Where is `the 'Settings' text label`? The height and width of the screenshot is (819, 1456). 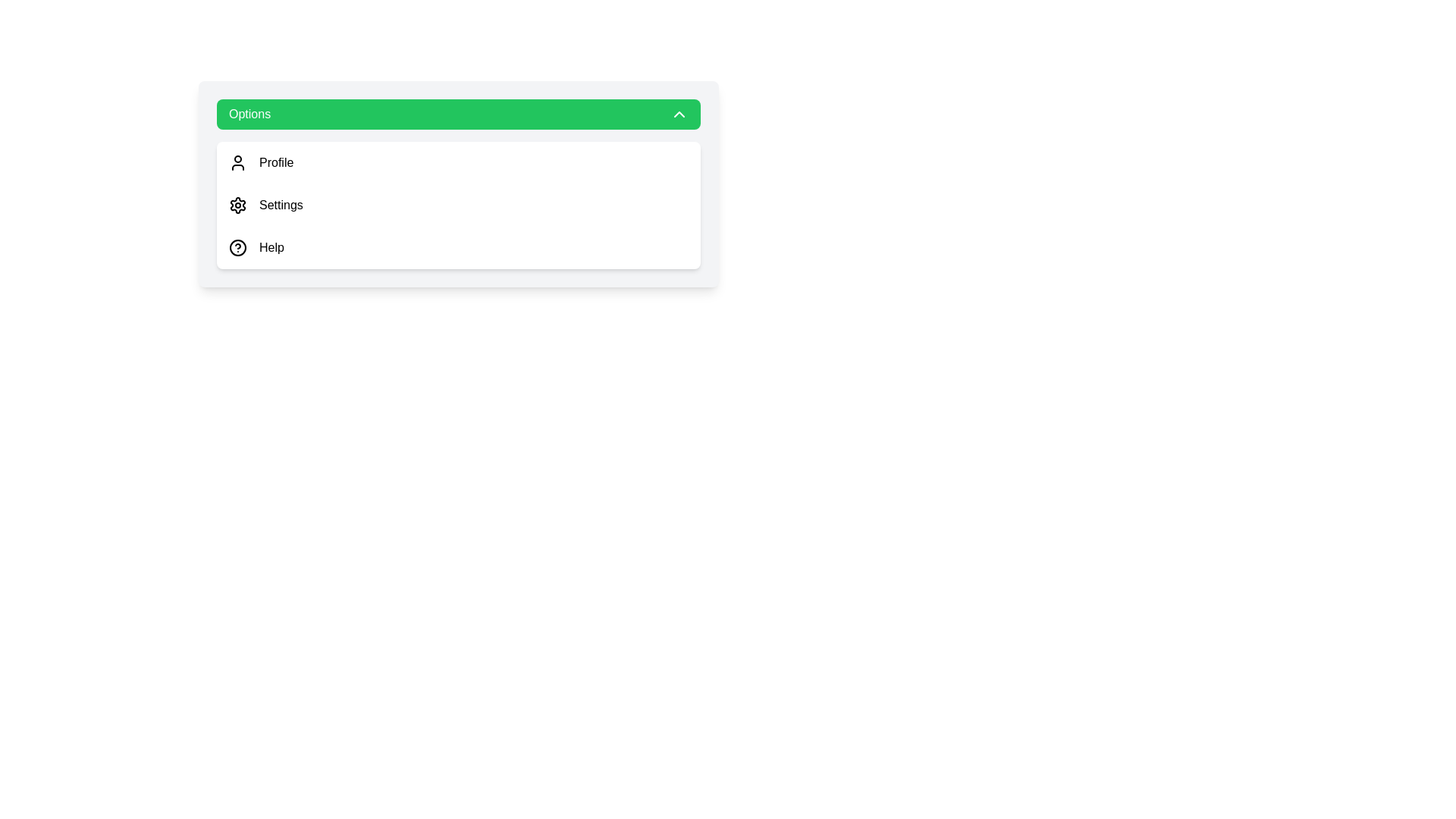 the 'Settings' text label is located at coordinates (281, 205).